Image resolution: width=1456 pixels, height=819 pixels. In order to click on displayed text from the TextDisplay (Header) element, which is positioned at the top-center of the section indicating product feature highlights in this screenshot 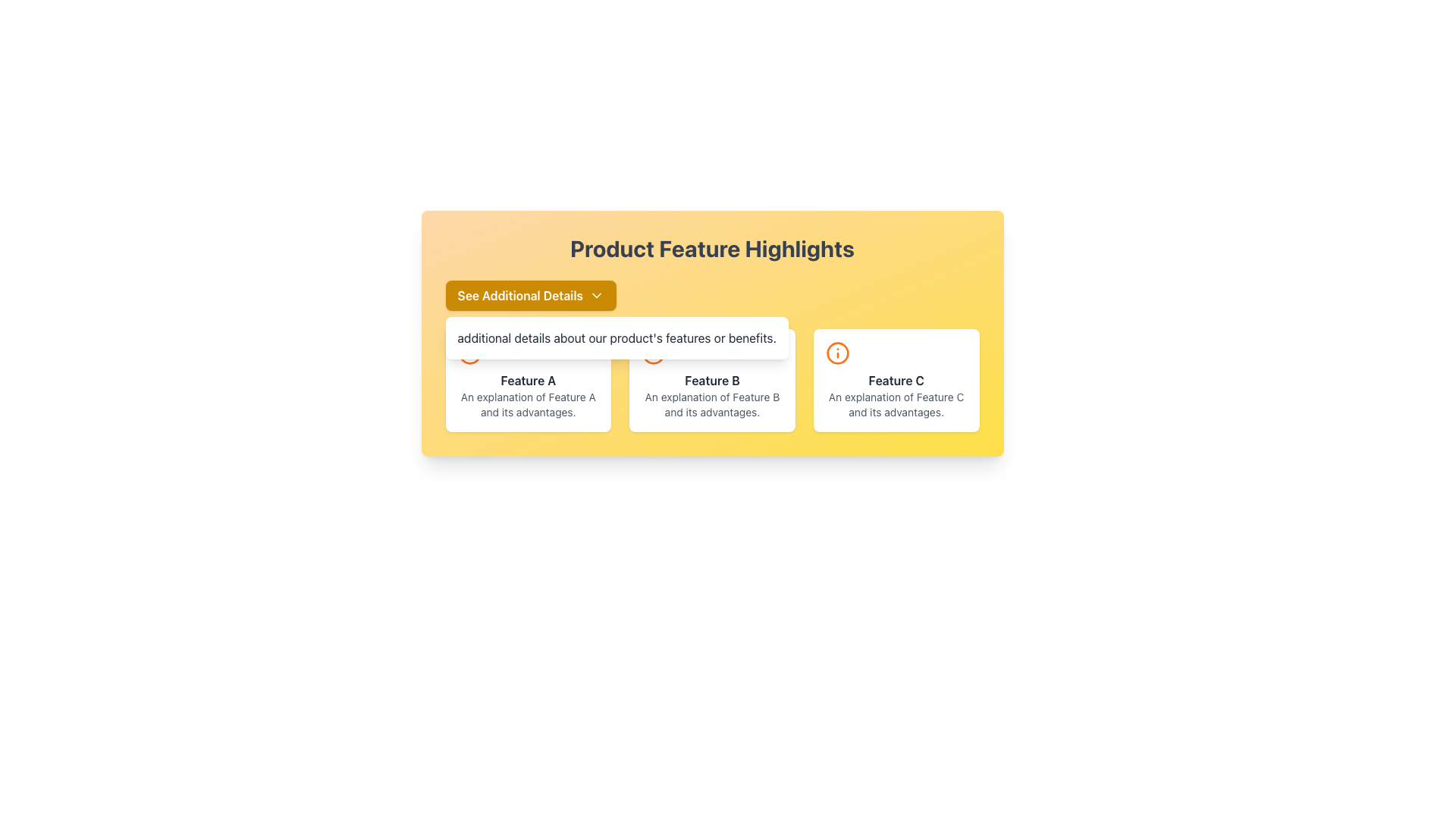, I will do `click(711, 247)`.